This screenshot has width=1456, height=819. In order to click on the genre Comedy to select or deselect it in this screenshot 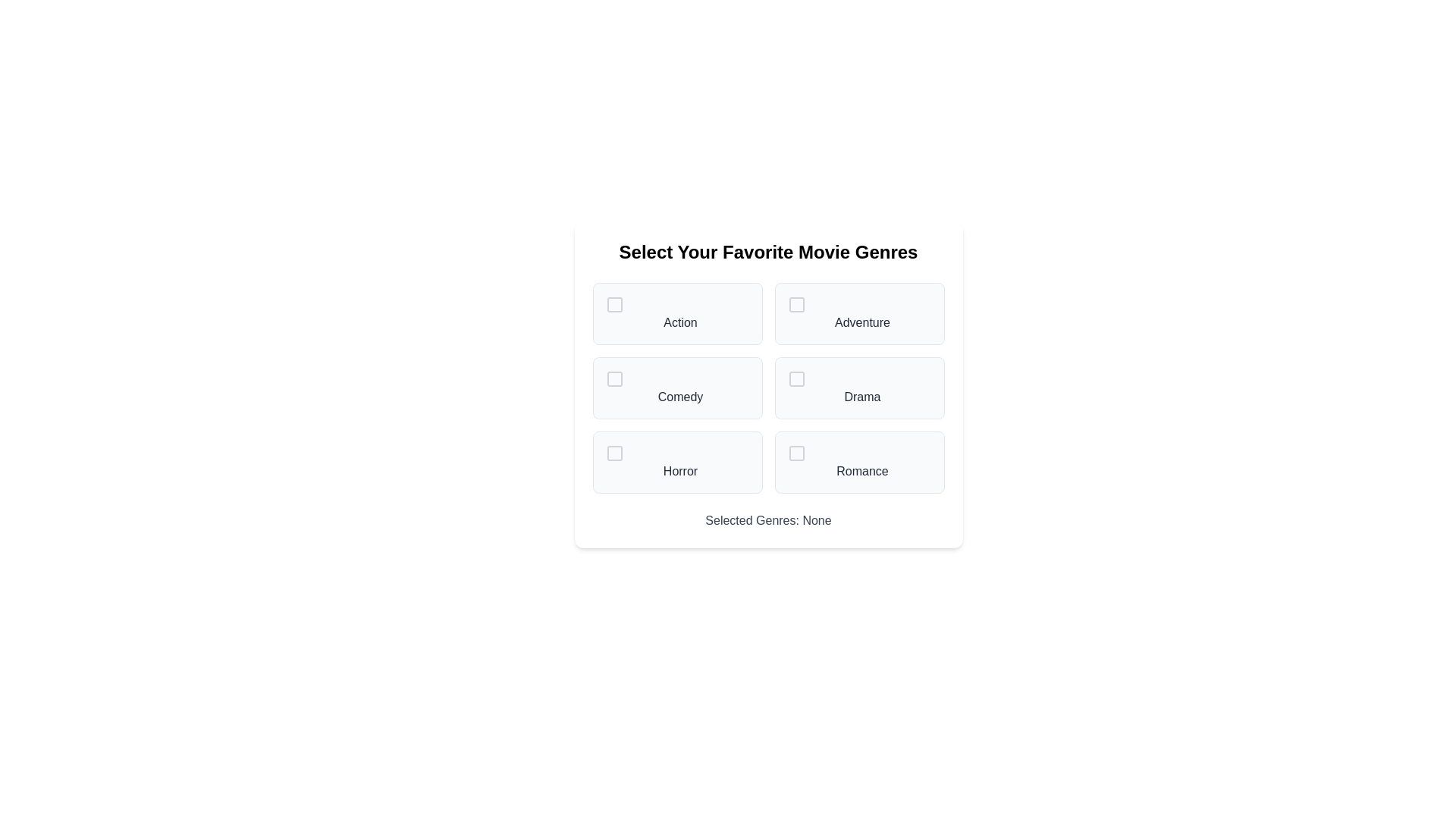, I will do `click(676, 388)`.